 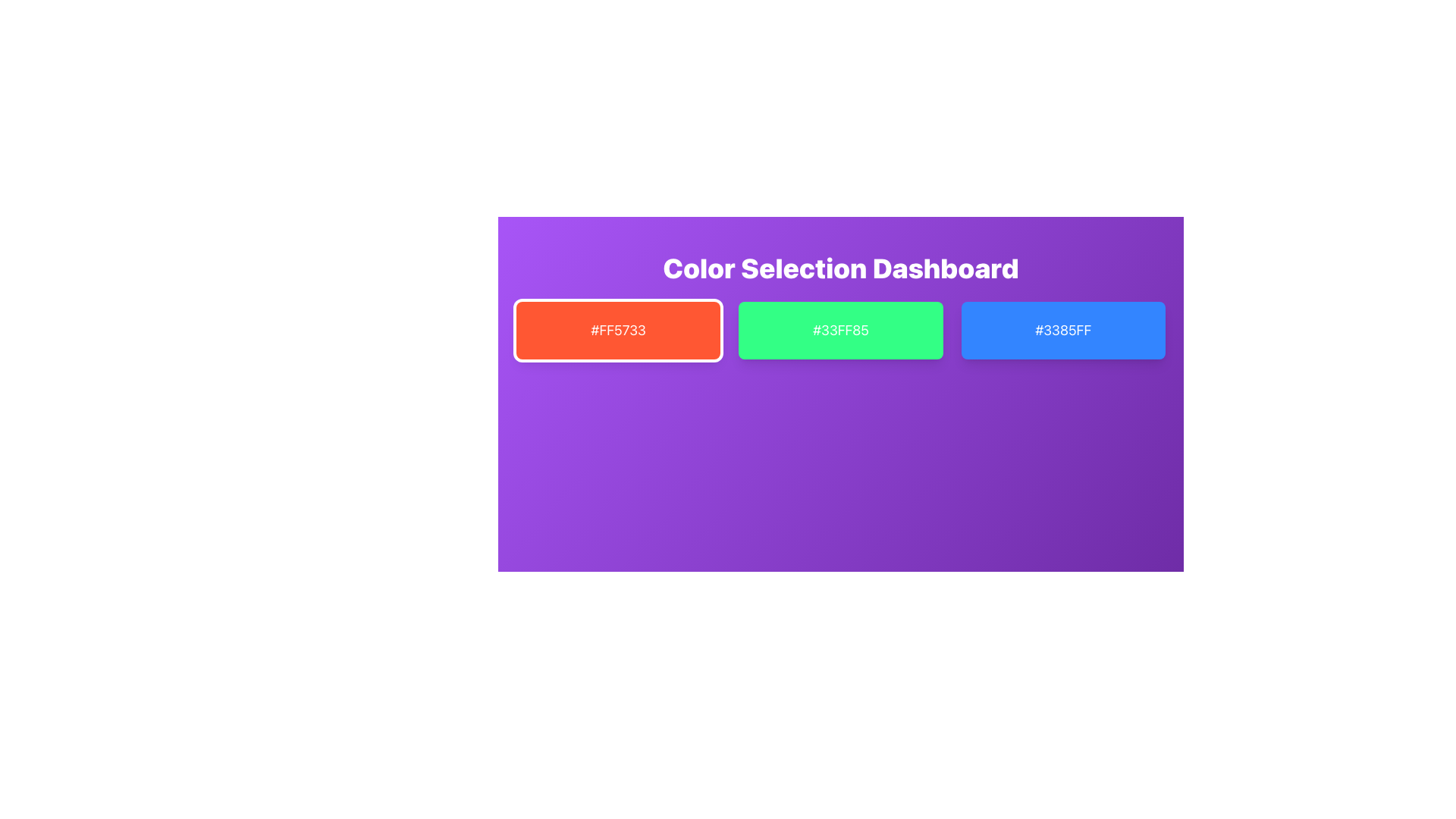 What do you see at coordinates (839, 329) in the screenshot?
I see `the second colored button in the color selection interface, located between the red element labeled '#FF5733' and the blue element labeled '#3385FF'` at bounding box center [839, 329].